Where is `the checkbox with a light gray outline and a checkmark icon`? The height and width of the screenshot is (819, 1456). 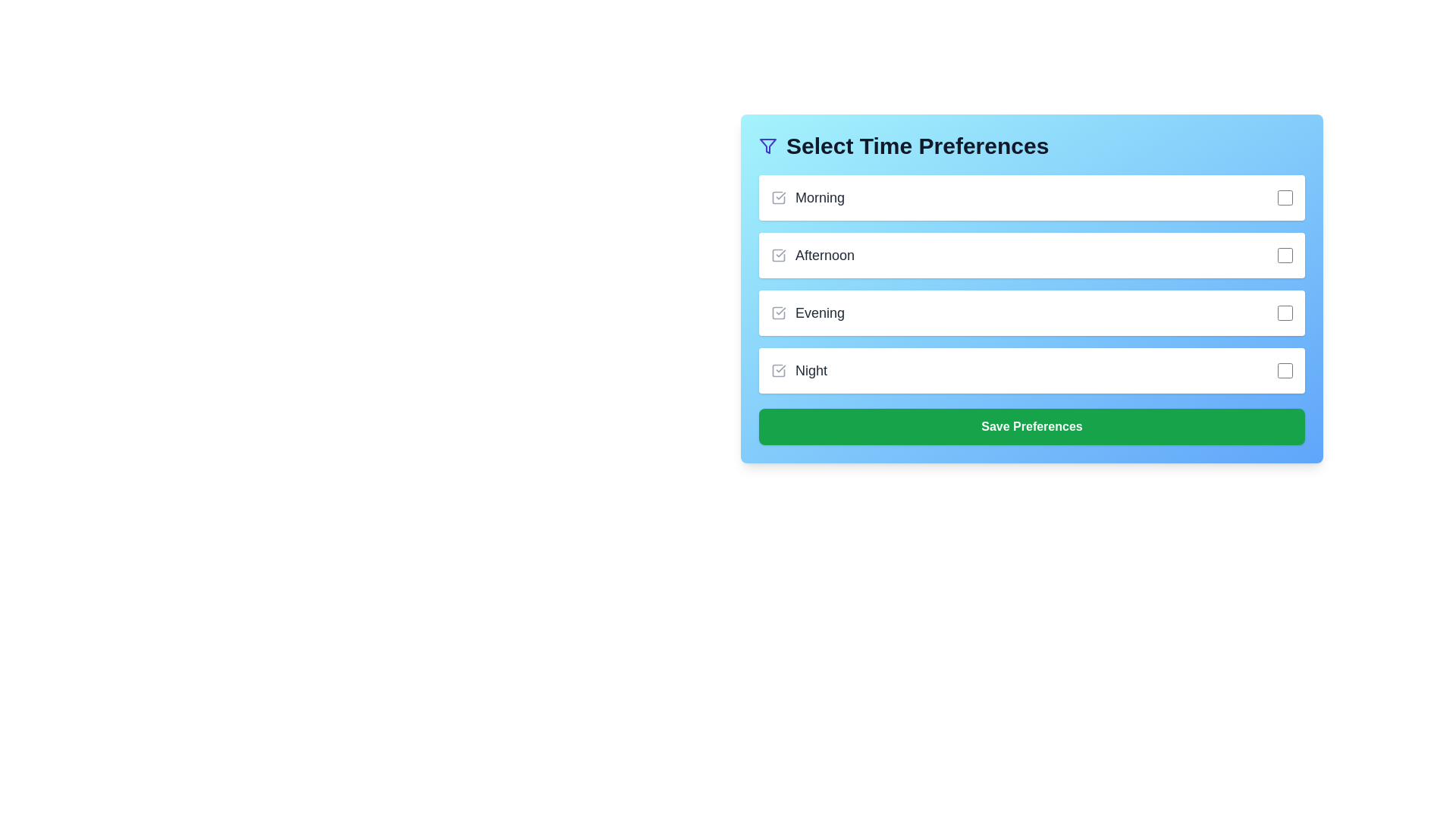
the checkbox with a light gray outline and a checkmark icon is located at coordinates (779, 371).